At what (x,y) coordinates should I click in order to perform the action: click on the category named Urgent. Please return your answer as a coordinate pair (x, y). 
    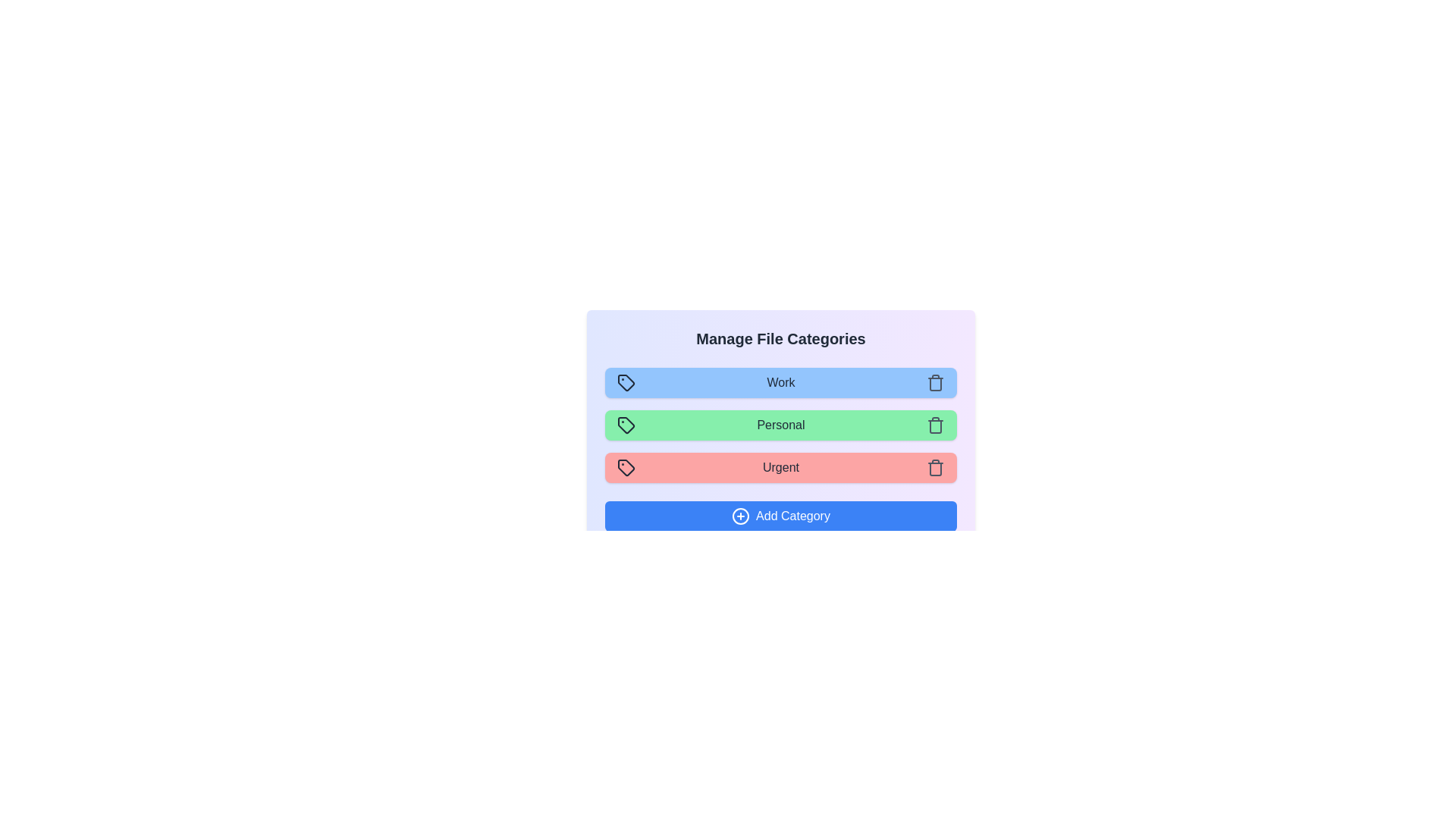
    Looking at the image, I should click on (781, 467).